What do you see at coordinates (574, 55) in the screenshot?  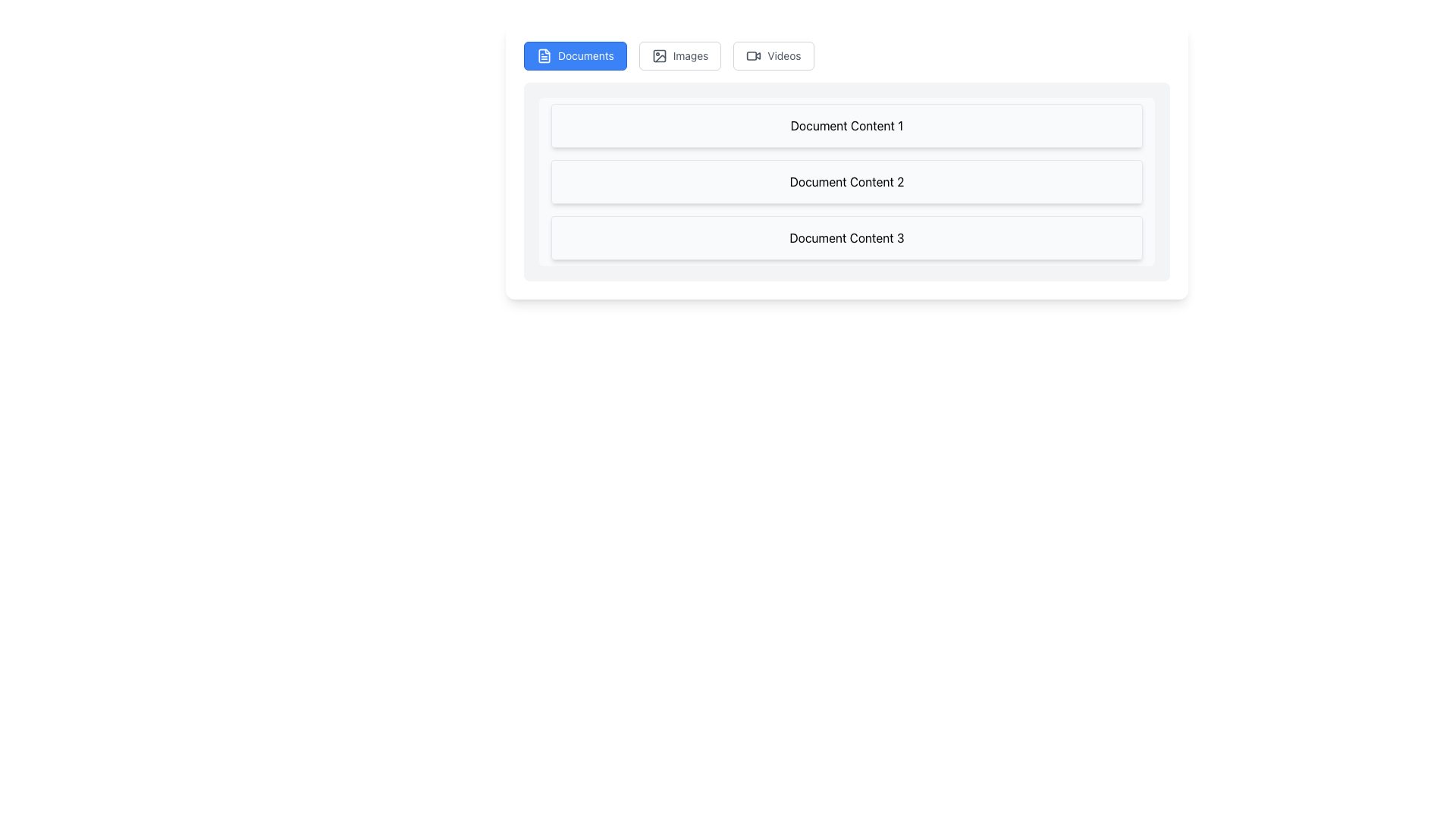 I see `the 'Documents' button located at the top left of the navigation menu` at bounding box center [574, 55].